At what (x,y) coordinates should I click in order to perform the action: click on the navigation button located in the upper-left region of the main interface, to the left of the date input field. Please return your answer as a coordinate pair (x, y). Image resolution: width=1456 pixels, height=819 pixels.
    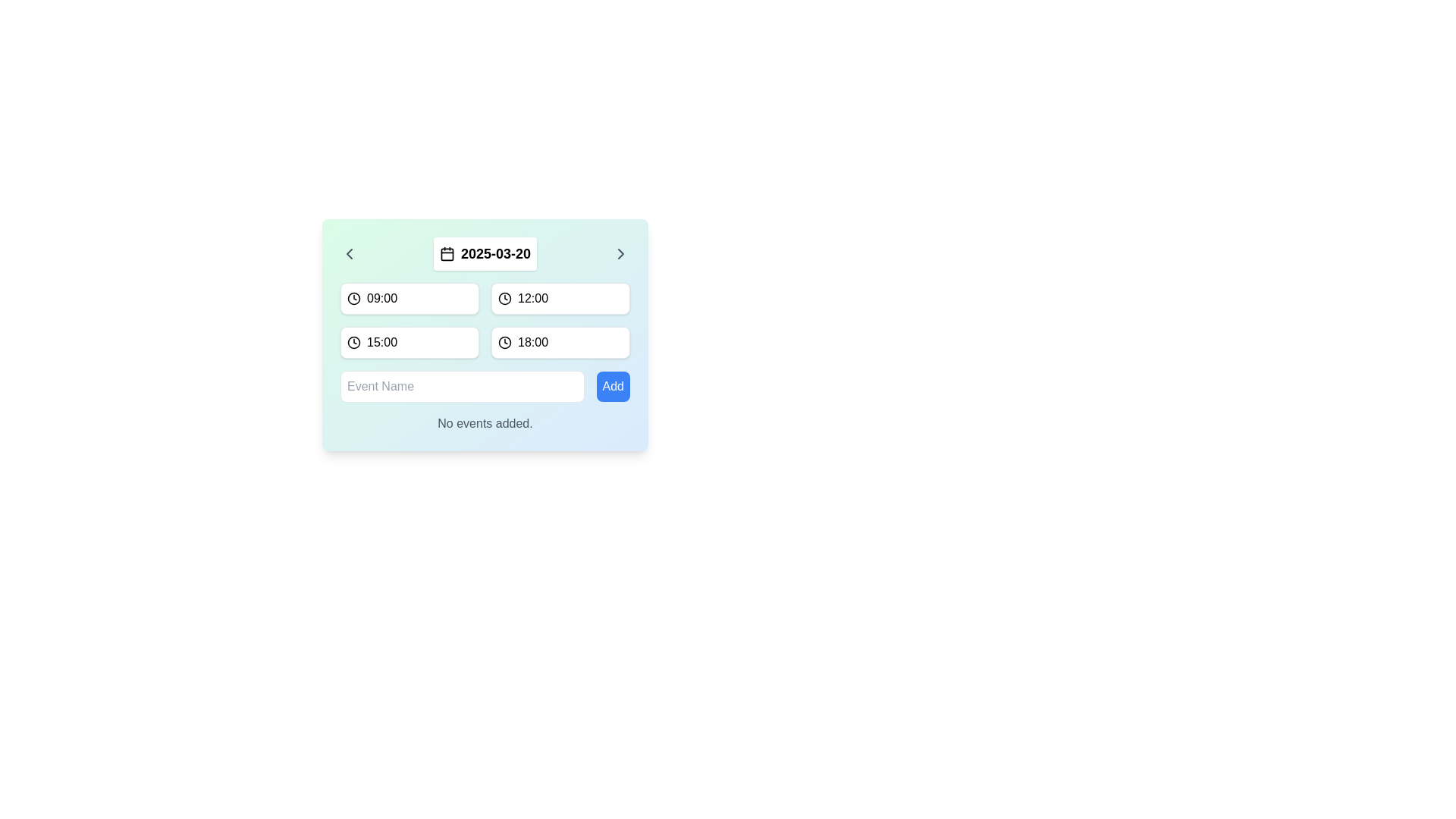
    Looking at the image, I should click on (348, 253).